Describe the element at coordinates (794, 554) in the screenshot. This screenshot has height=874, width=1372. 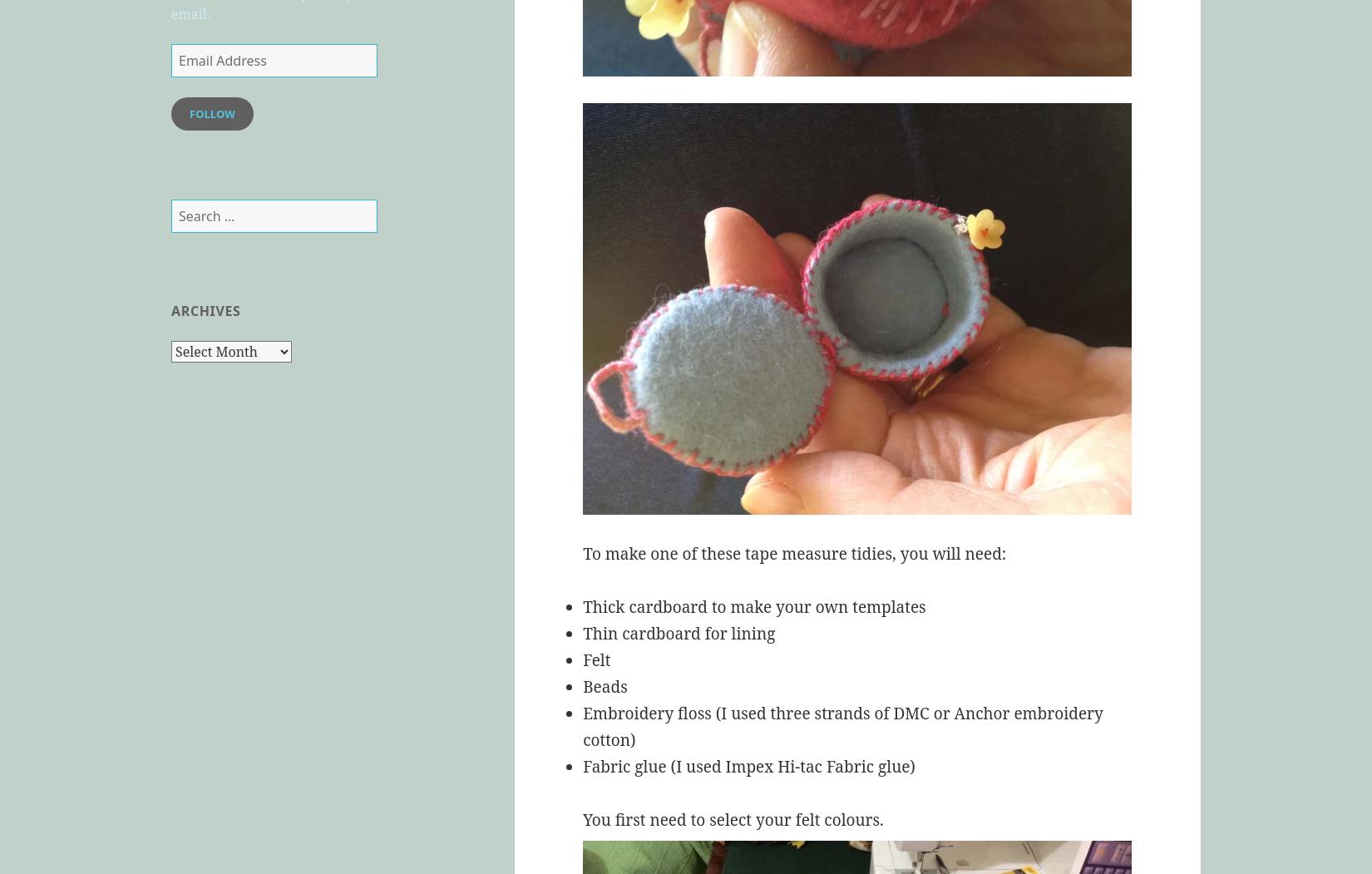
I see `'To make one of these tape measure tidies, you will need:'` at that location.